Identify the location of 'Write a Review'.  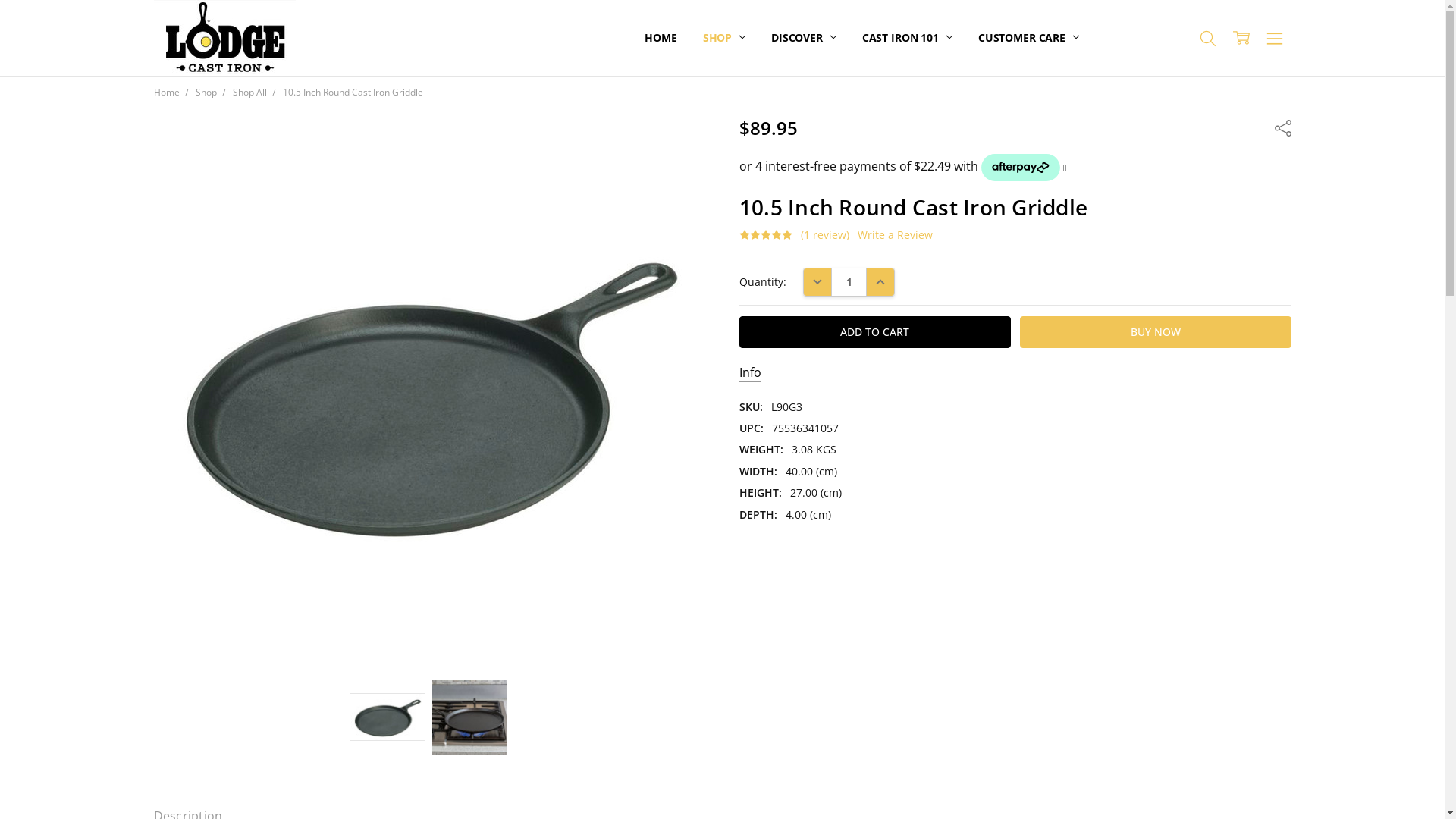
(895, 234).